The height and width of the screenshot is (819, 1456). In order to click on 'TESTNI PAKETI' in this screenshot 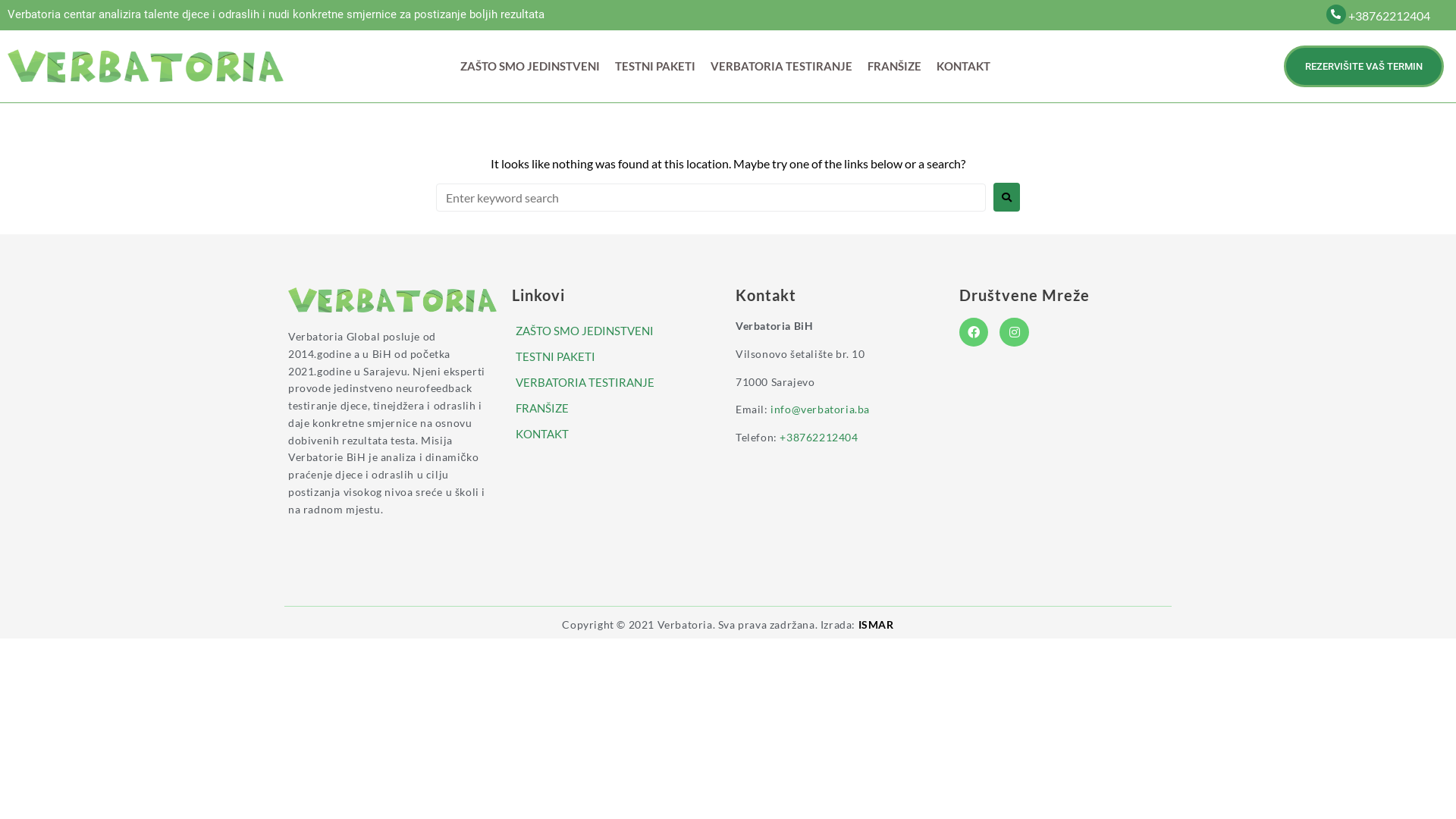, I will do `click(655, 65)`.